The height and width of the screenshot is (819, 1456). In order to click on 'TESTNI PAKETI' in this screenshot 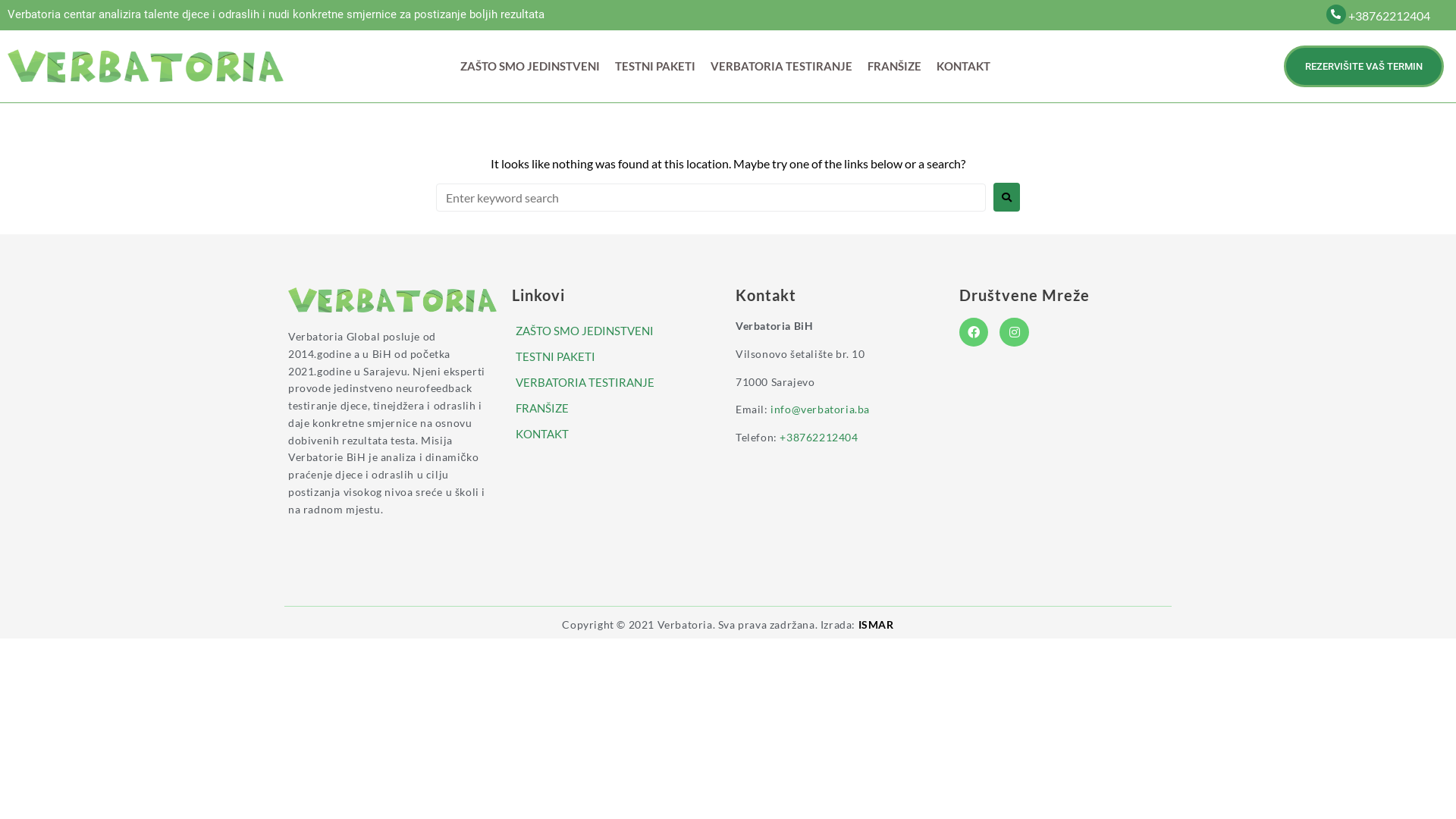, I will do `click(655, 65)`.